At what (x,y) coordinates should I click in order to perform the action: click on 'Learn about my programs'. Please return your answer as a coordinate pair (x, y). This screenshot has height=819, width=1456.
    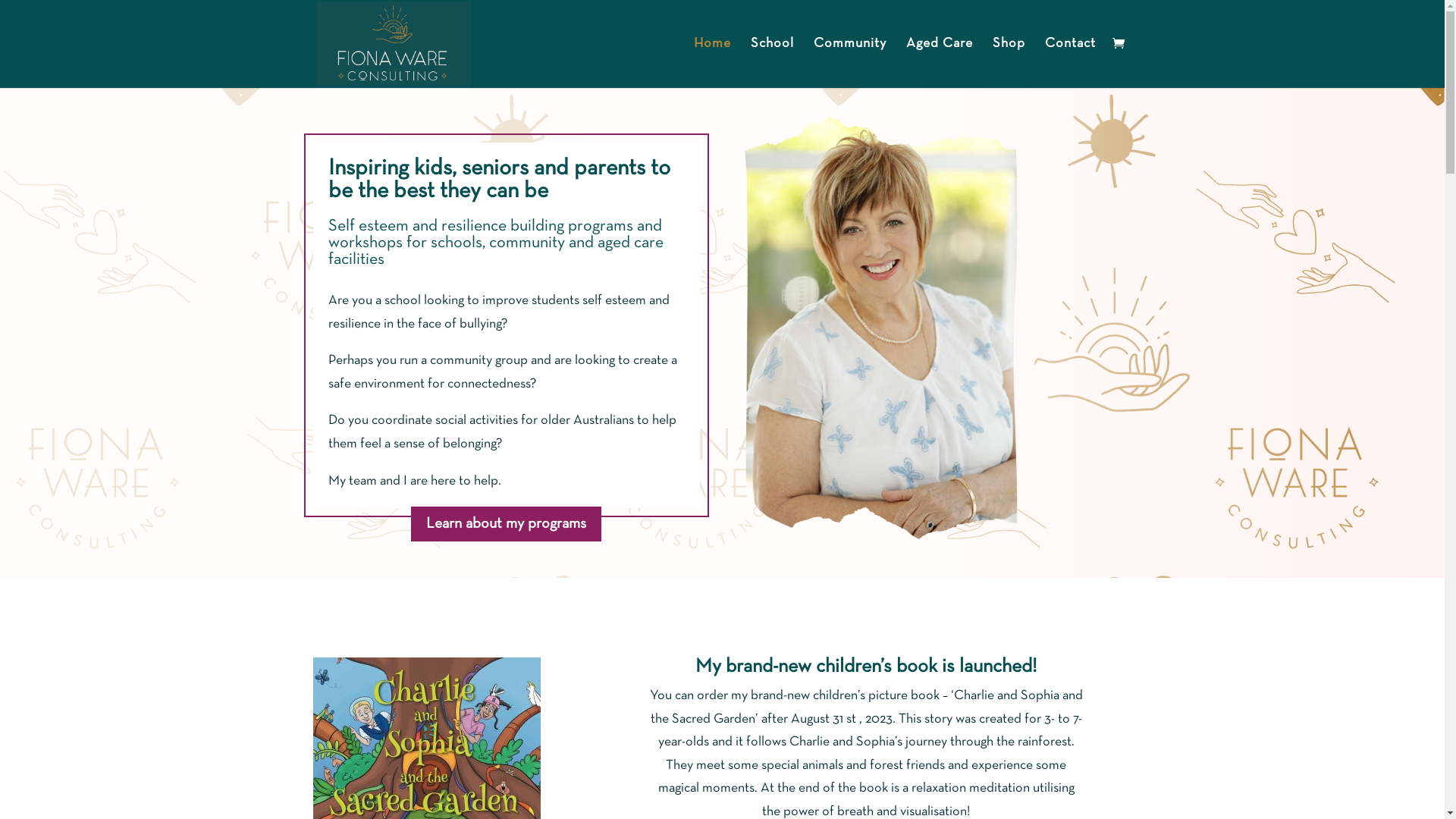
    Looking at the image, I should click on (506, 522).